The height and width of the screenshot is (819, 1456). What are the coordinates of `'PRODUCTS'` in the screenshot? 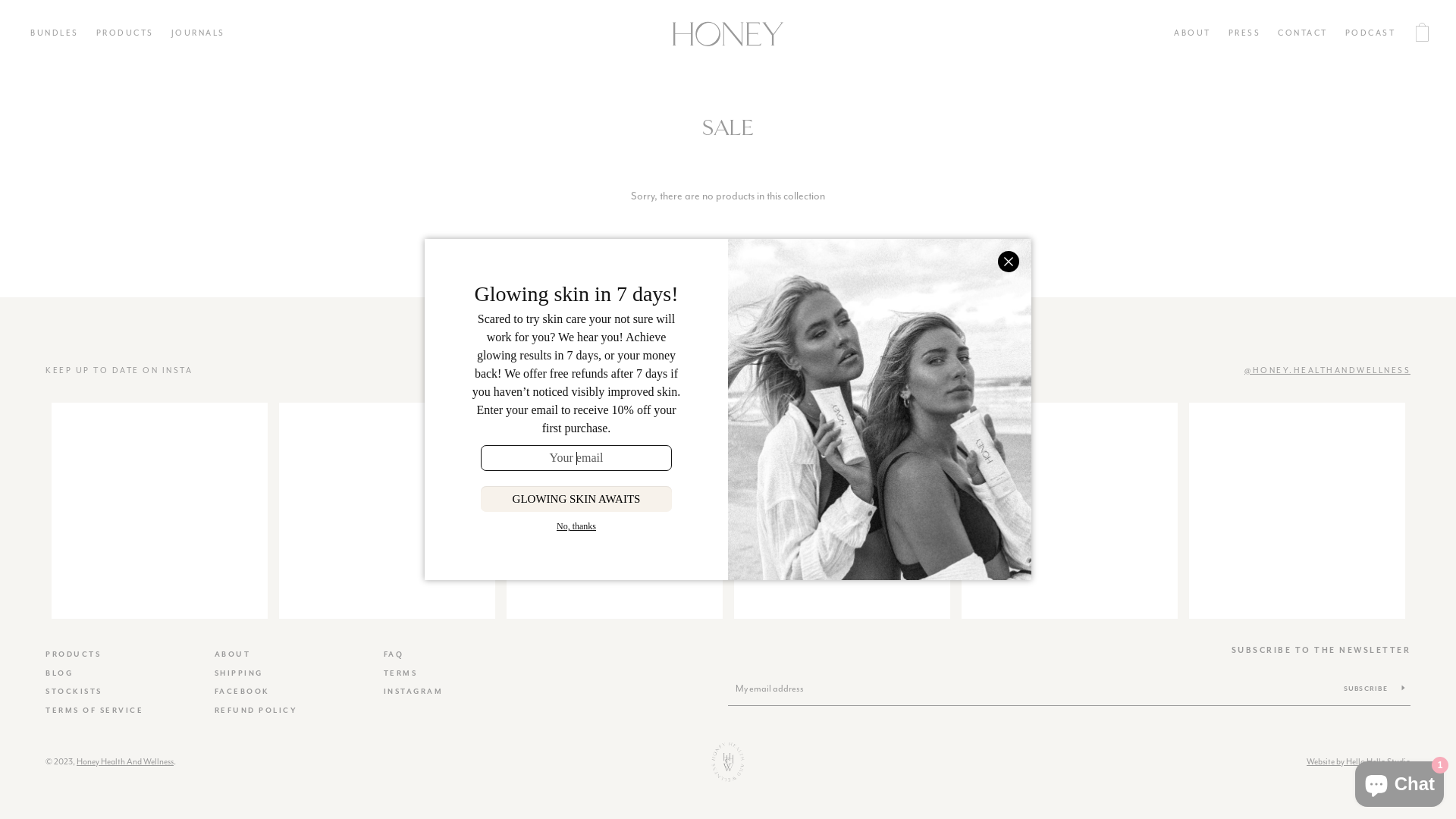 It's located at (124, 34).